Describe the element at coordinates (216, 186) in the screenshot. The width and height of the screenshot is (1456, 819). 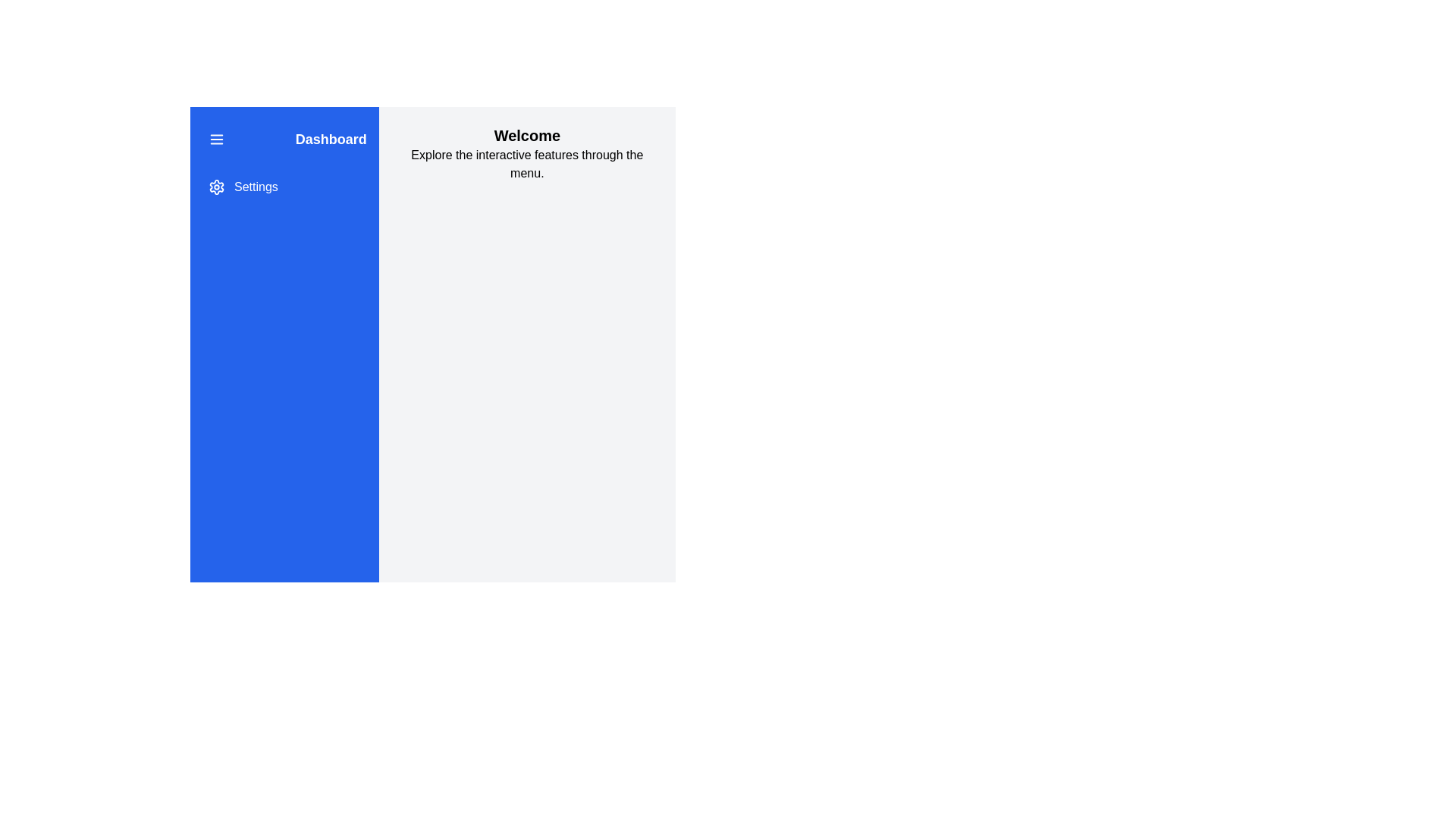
I see `the gear icon located in the settings section of the vertical navigation bar` at that location.